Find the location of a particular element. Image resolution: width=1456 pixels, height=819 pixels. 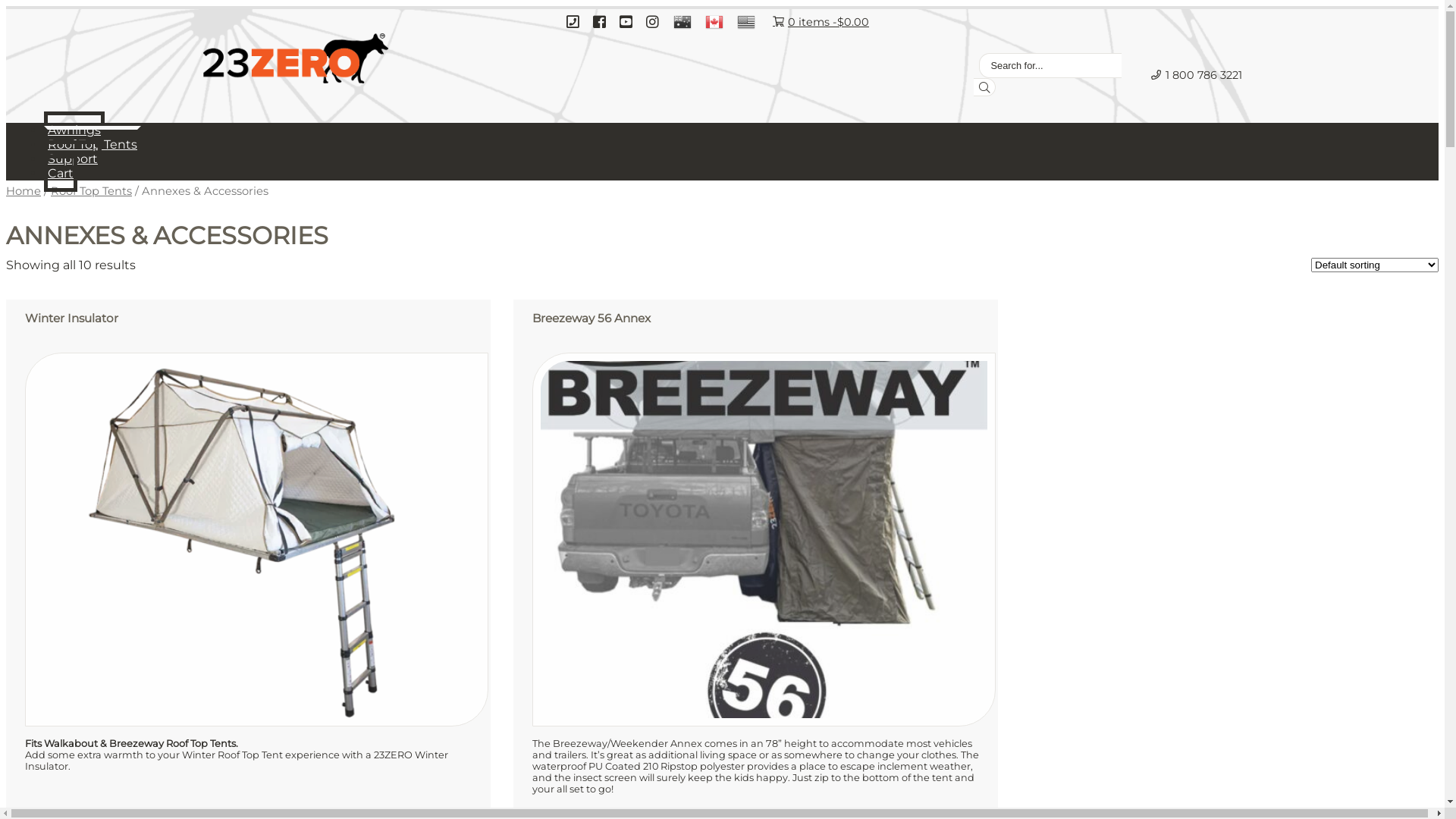

'Cart' is located at coordinates (43, 171).